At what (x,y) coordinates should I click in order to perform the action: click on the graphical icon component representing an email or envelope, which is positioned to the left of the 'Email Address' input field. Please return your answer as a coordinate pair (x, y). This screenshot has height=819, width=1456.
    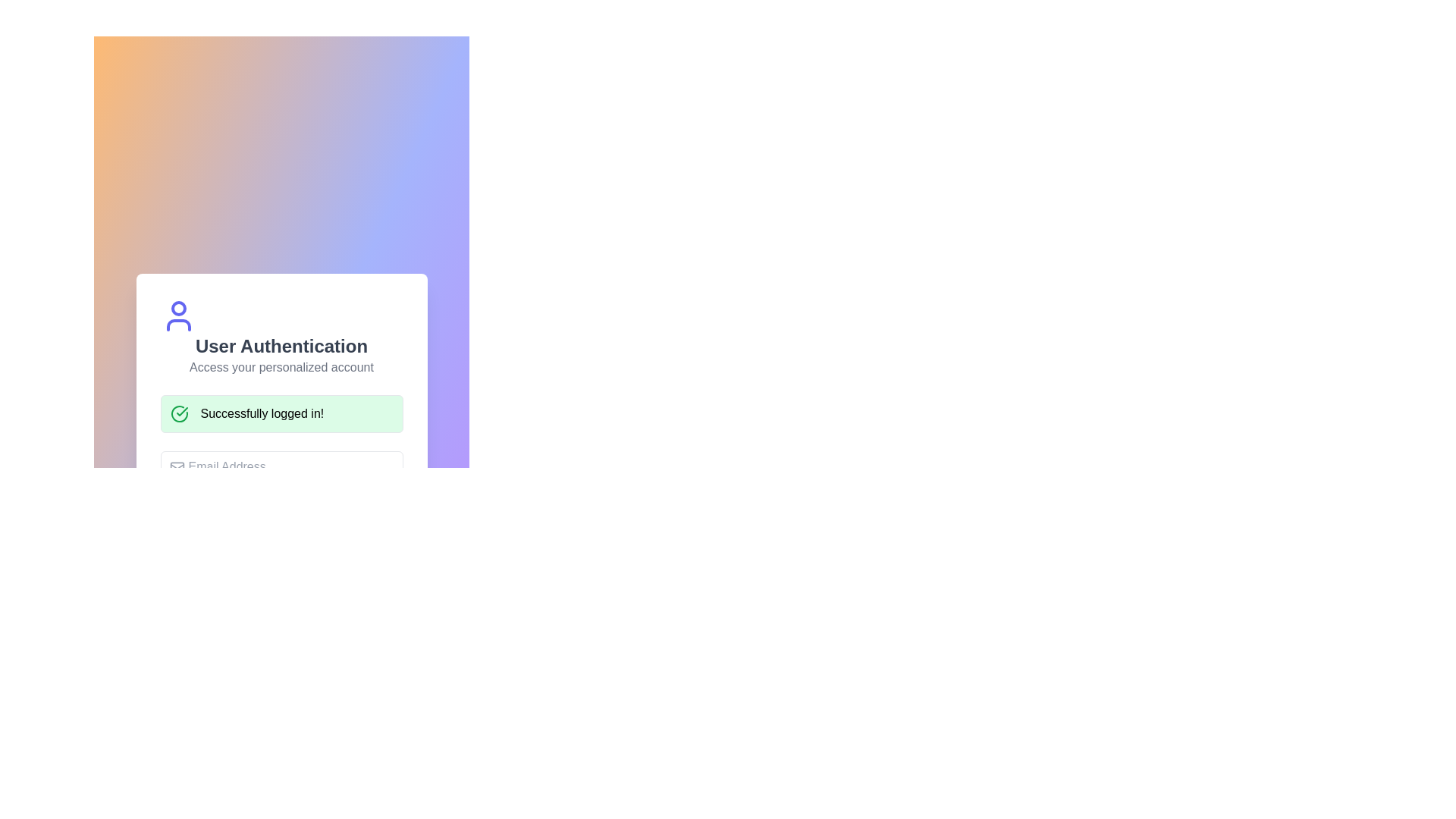
    Looking at the image, I should click on (177, 467).